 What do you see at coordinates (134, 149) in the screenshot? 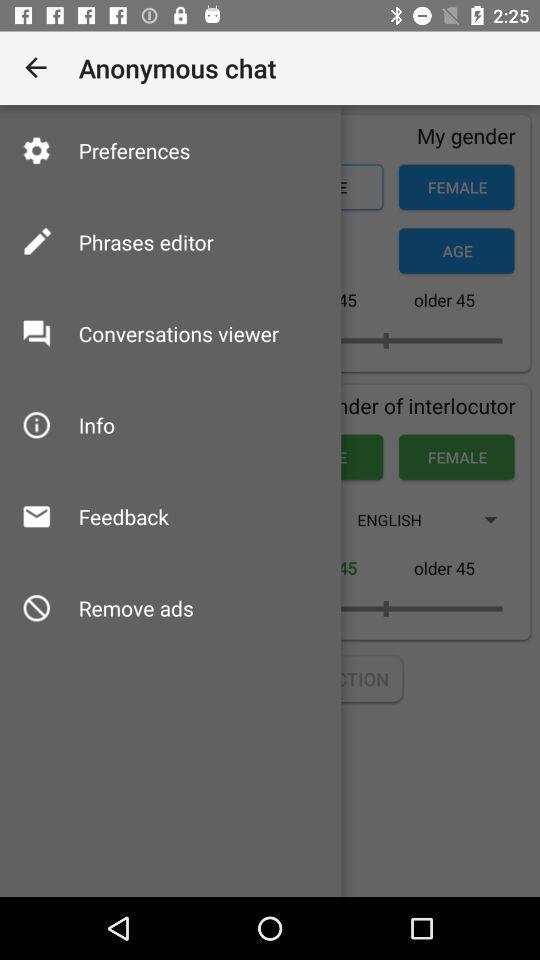
I see `preferences icon` at bounding box center [134, 149].